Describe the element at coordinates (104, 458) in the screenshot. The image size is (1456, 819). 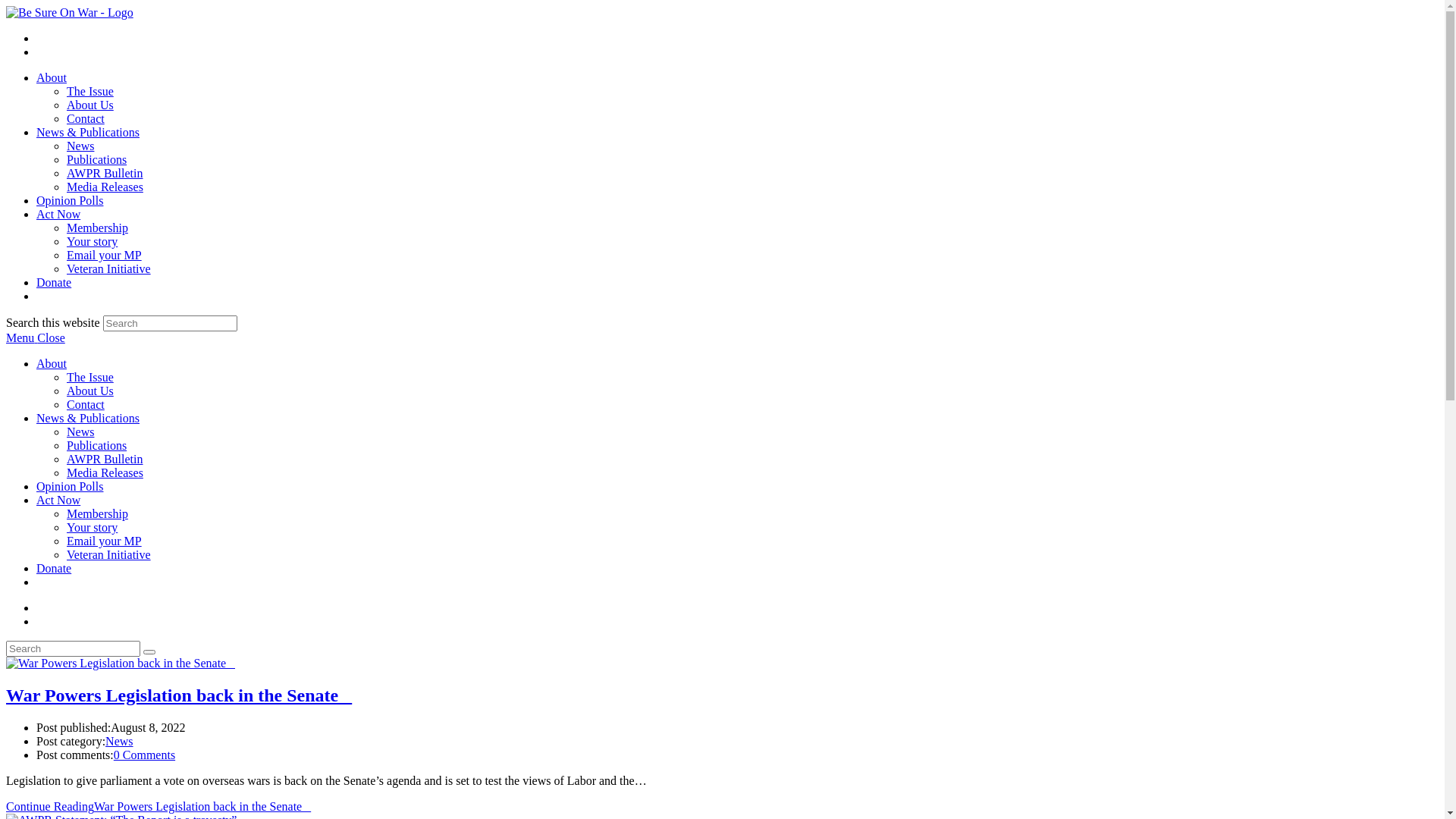
I see `'AWPR Bulletin'` at that location.